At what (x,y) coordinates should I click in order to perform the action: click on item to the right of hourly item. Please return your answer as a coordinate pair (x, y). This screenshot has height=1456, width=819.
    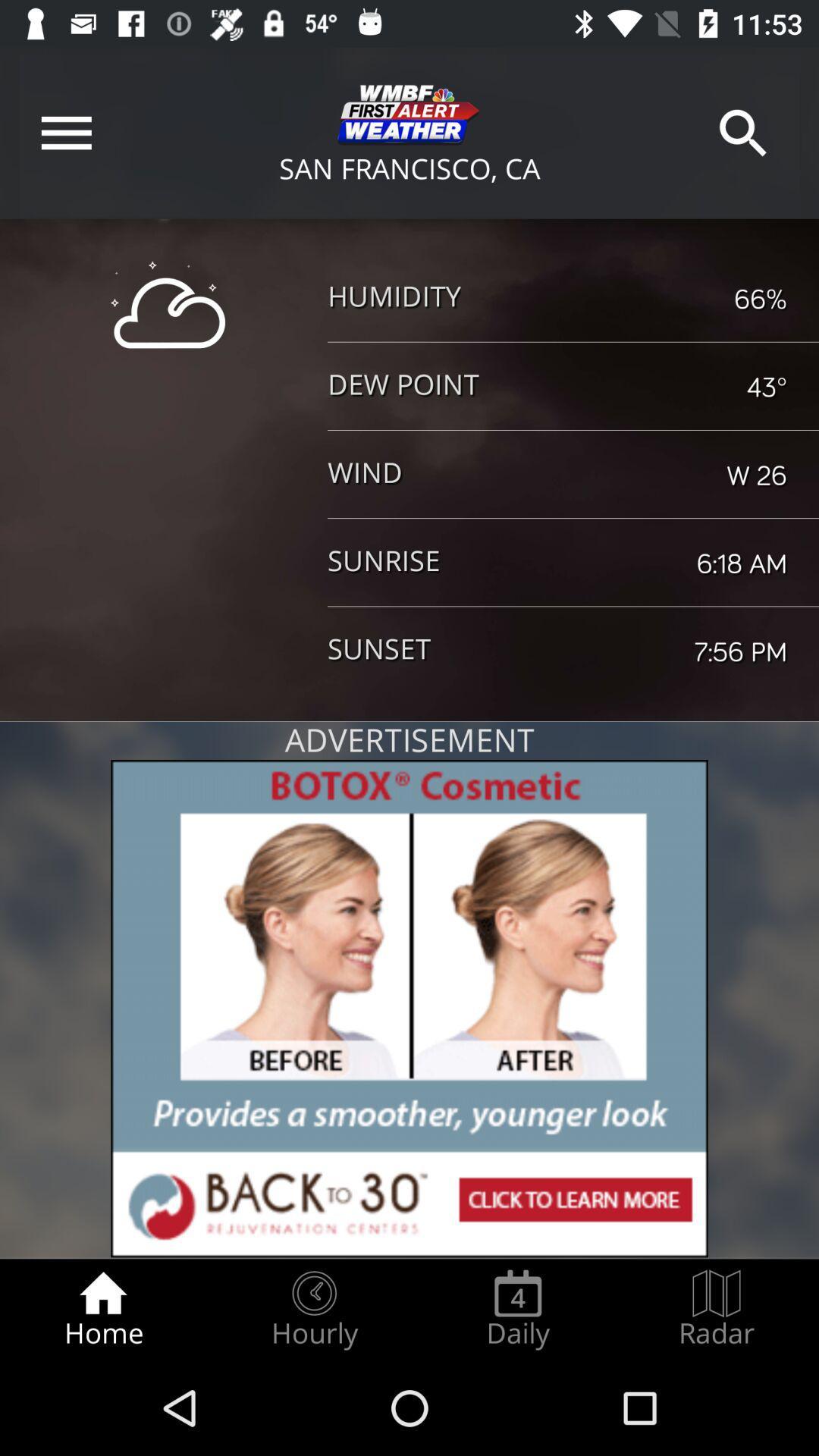
    Looking at the image, I should click on (517, 1309).